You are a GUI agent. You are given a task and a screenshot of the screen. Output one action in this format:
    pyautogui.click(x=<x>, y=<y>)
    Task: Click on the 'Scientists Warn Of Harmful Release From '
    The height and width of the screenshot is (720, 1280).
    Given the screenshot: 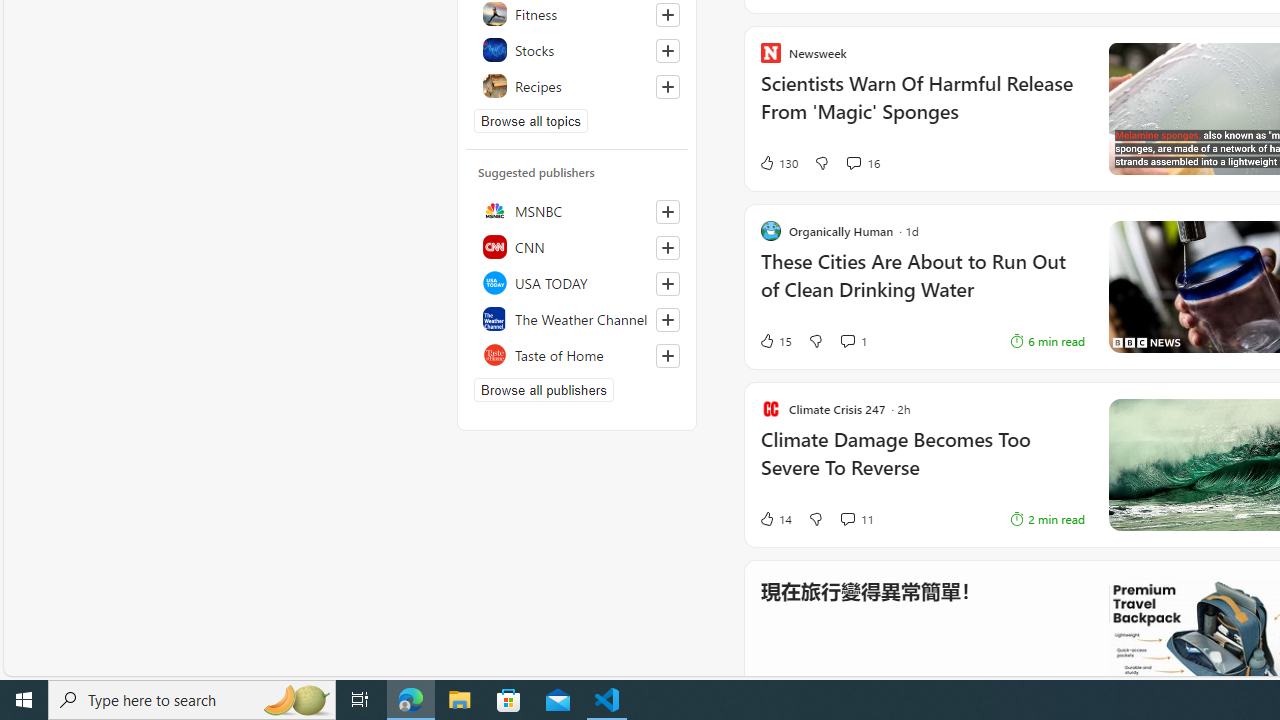 What is the action you would take?
    pyautogui.click(x=921, y=108)
    